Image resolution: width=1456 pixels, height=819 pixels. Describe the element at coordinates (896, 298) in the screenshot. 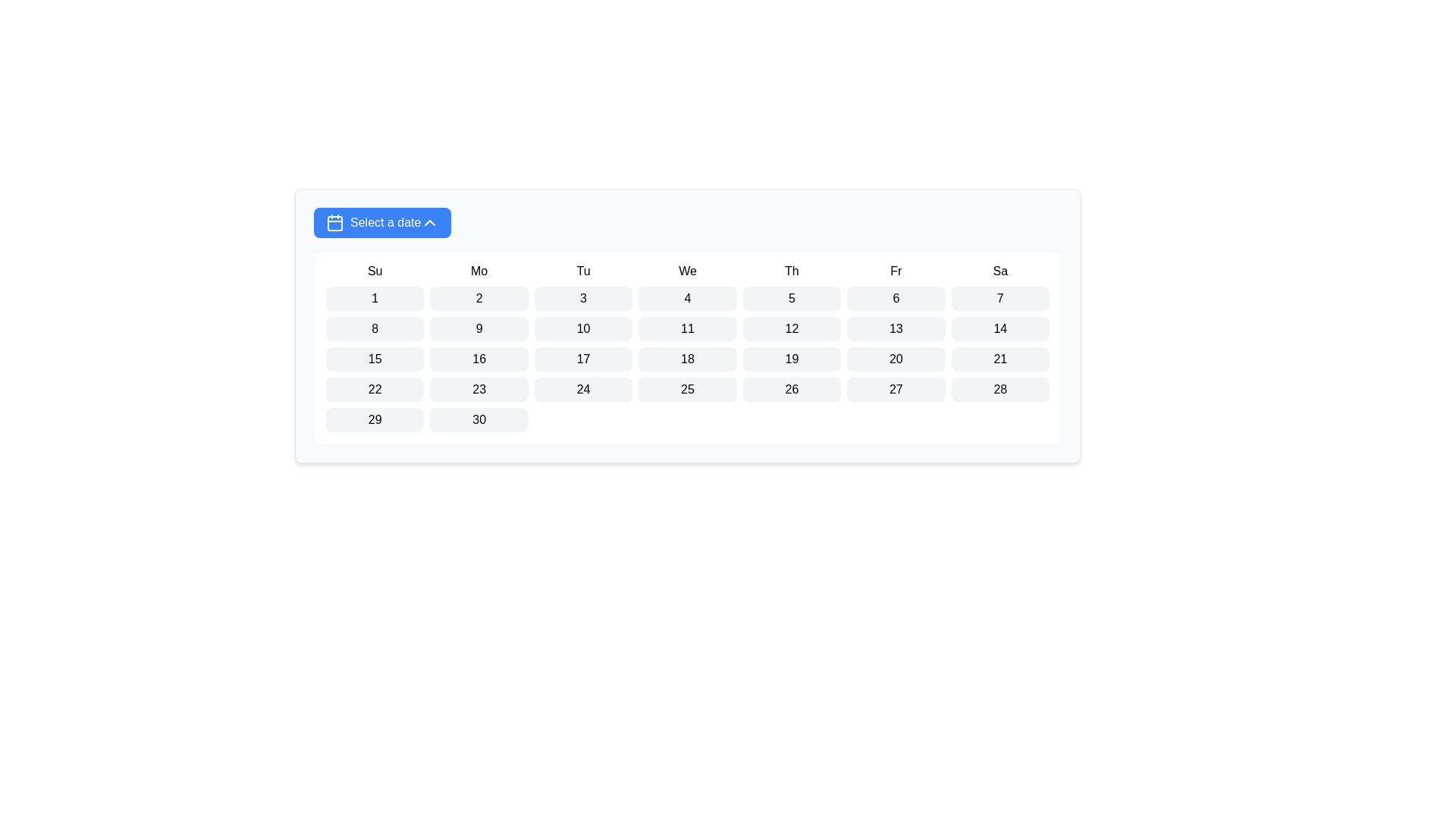

I see `the button that represents the date of the 6th (Friday) in the calendar interface` at that location.